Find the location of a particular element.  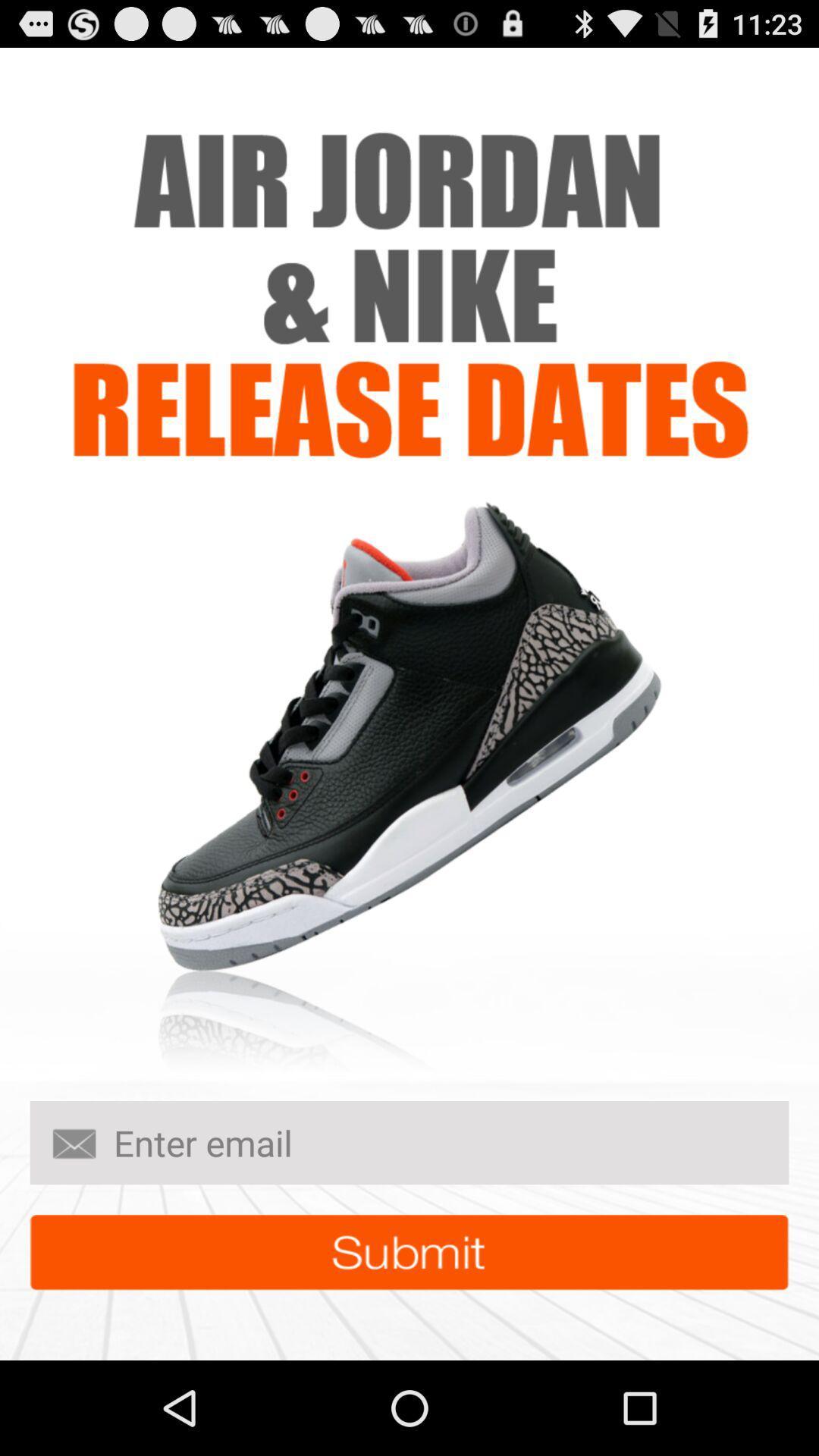

submit button is located at coordinates (409, 1252).